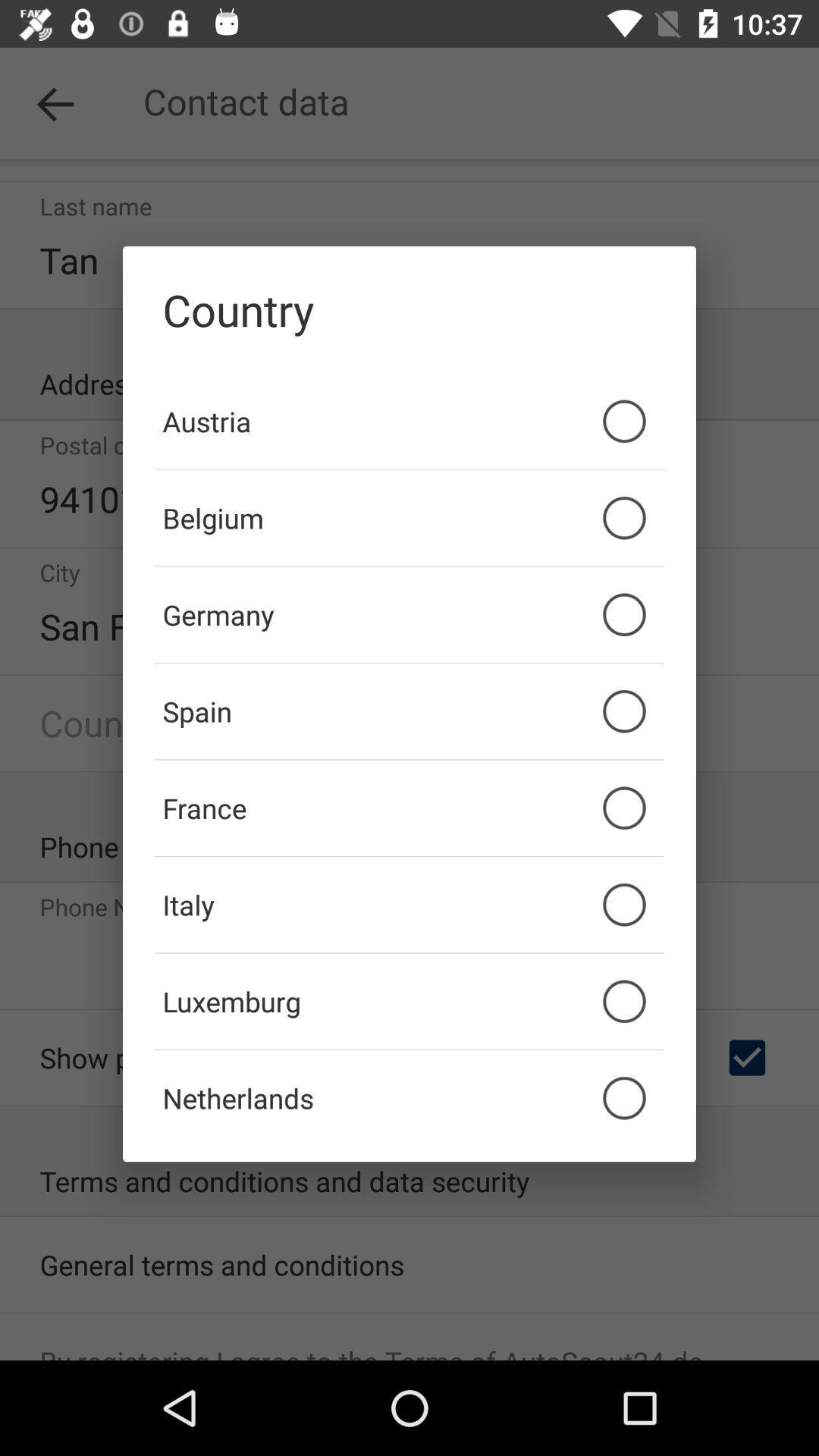  Describe the element at coordinates (409, 711) in the screenshot. I see `the spain item` at that location.